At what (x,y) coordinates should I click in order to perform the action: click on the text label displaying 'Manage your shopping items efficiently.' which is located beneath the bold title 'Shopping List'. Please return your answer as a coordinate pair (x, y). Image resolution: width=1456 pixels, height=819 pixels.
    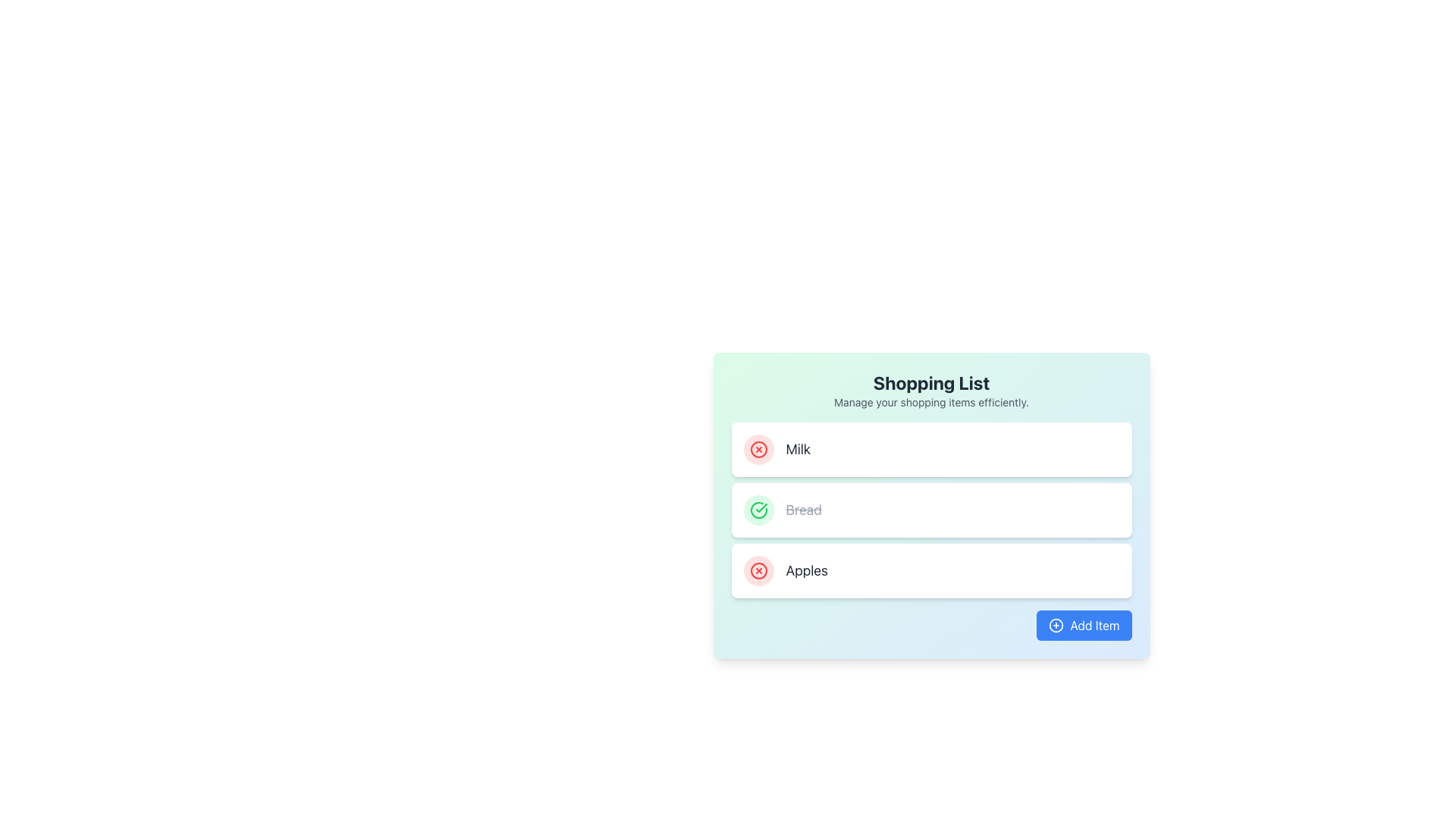
    Looking at the image, I should click on (930, 402).